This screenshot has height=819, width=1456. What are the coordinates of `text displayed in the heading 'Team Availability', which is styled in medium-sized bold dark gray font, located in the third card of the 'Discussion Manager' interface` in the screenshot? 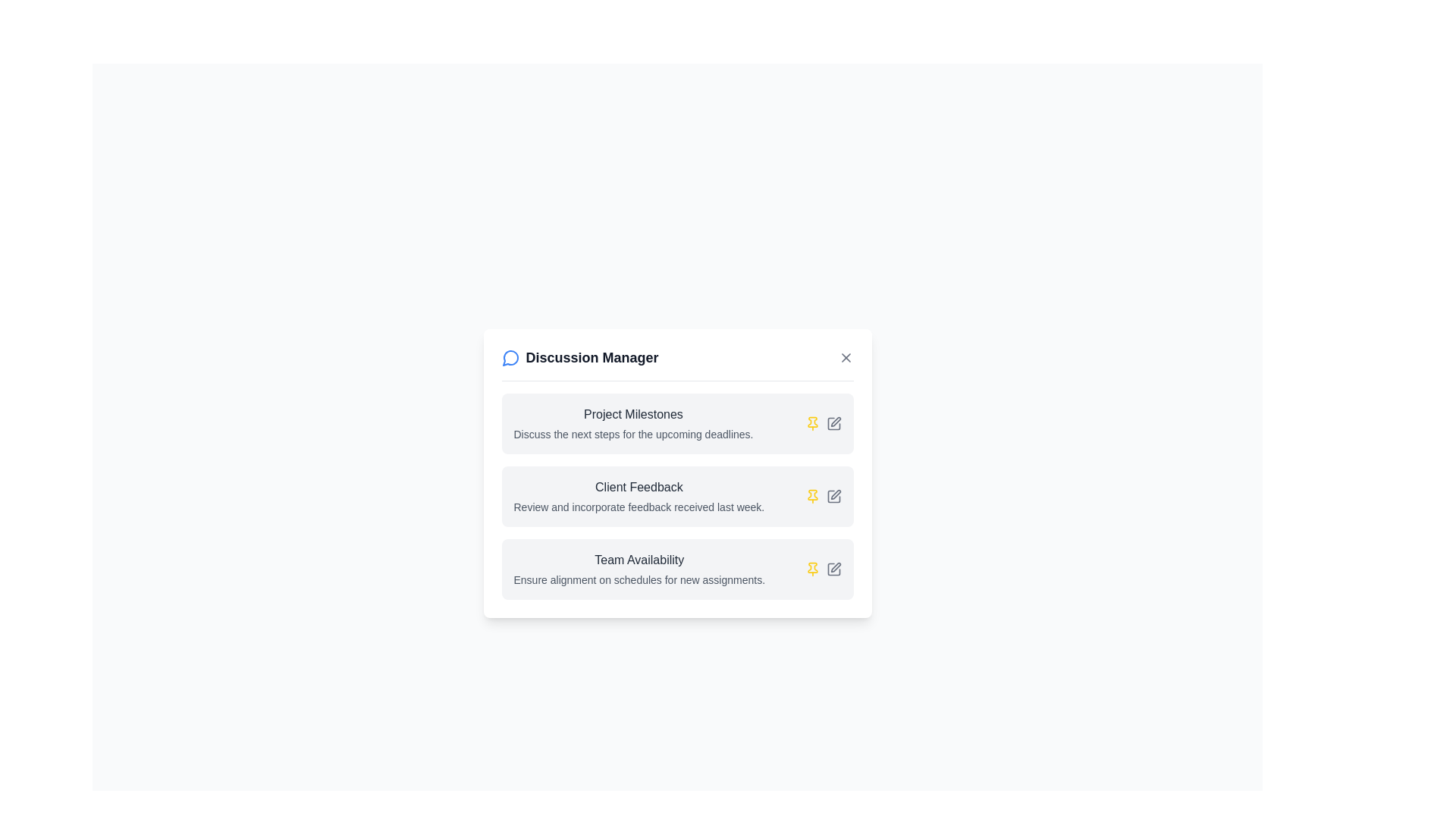 It's located at (639, 560).